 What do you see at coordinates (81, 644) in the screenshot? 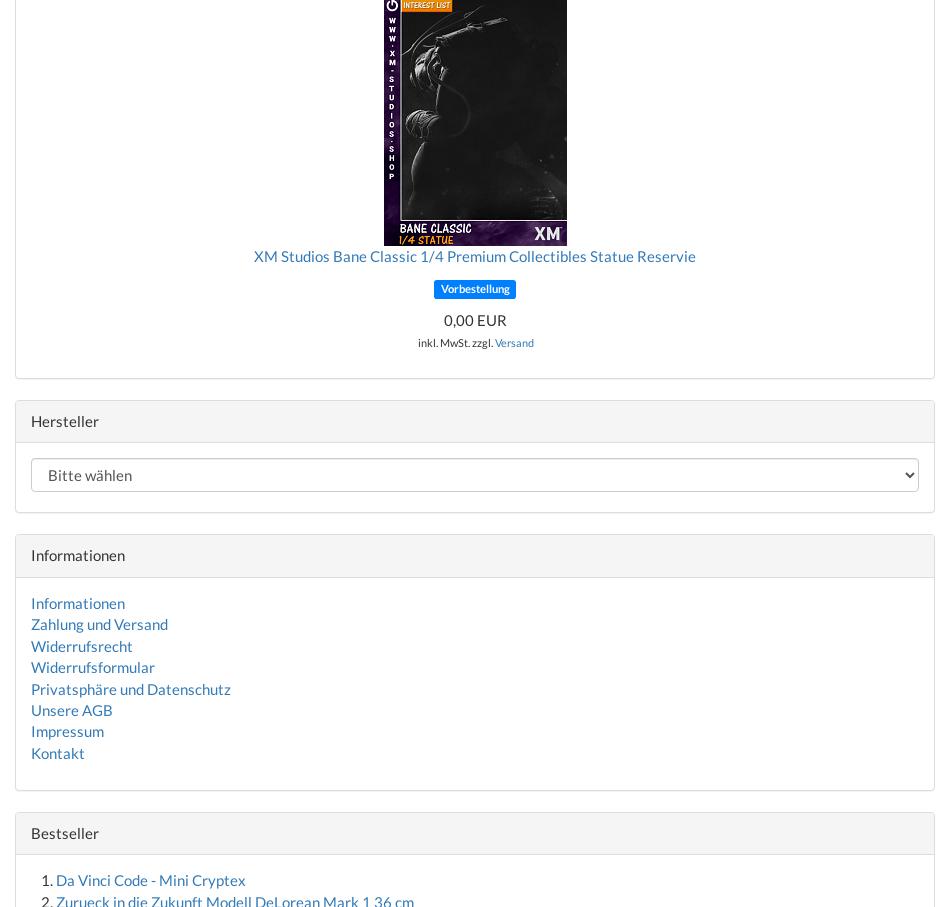
I see `'Widerrufsrecht'` at bounding box center [81, 644].